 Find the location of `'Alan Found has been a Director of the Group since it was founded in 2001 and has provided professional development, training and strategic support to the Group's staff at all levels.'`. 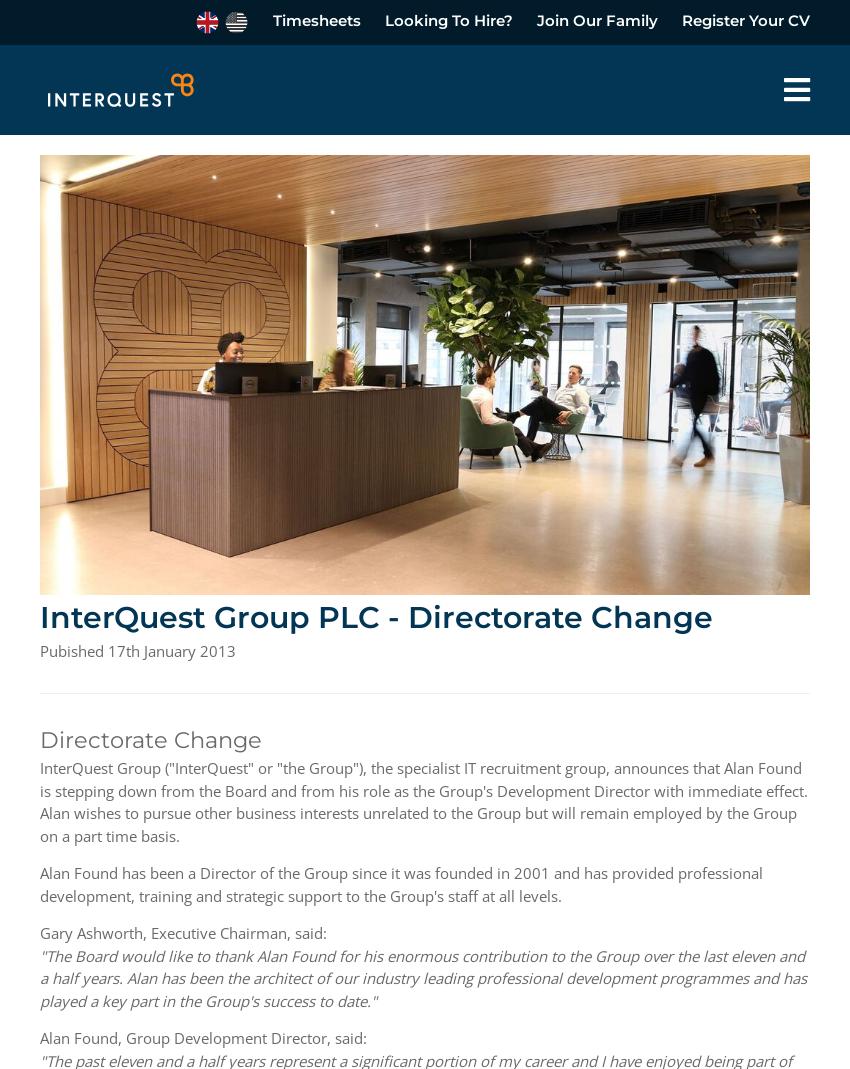

'Alan Found has been a Director of the Group since it was founded in 2001 and has provided professional development, training and strategic support to the Group's staff at all levels.' is located at coordinates (401, 882).